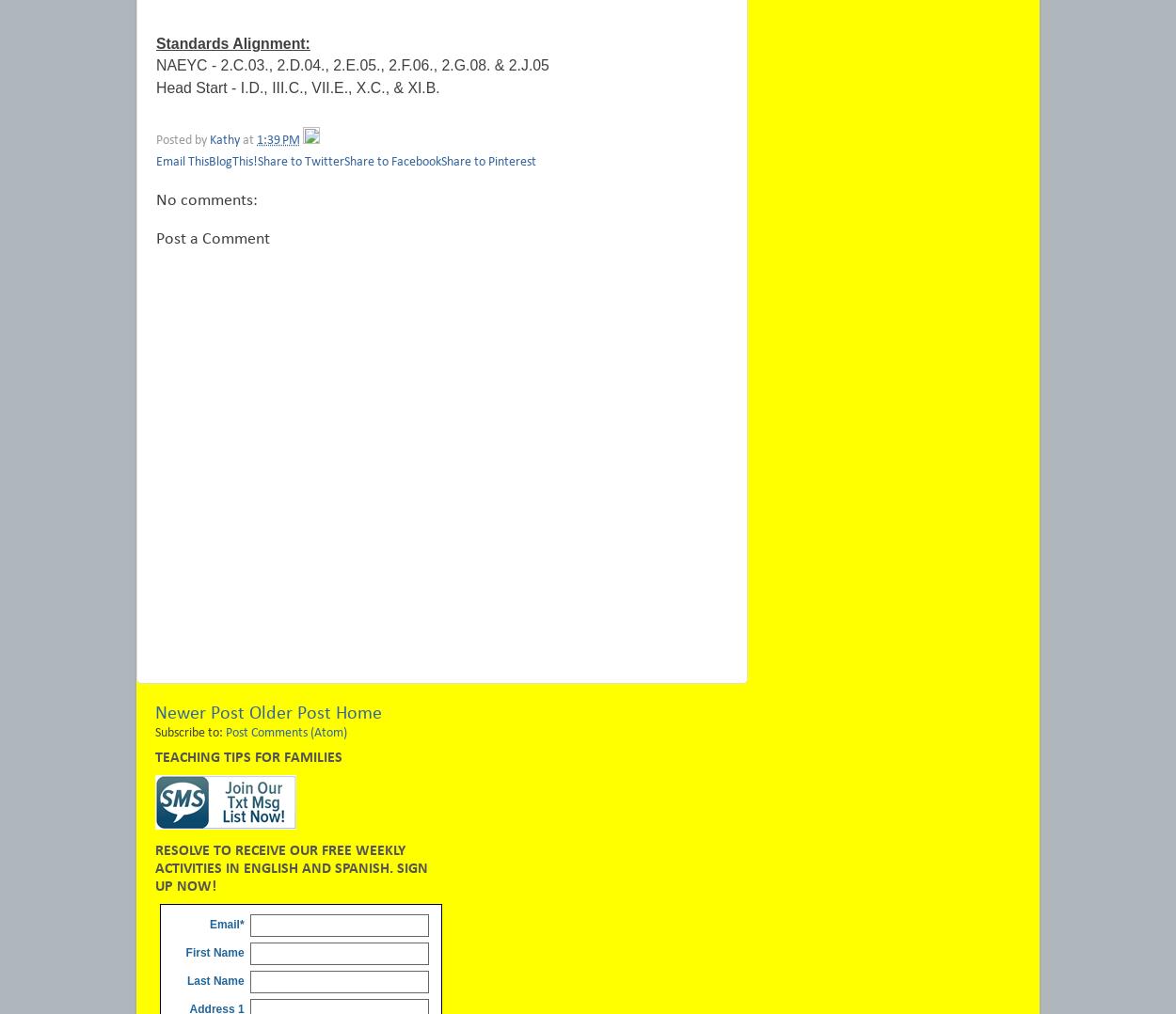 The image size is (1176, 1014). Describe the element at coordinates (243, 140) in the screenshot. I see `'at'` at that location.